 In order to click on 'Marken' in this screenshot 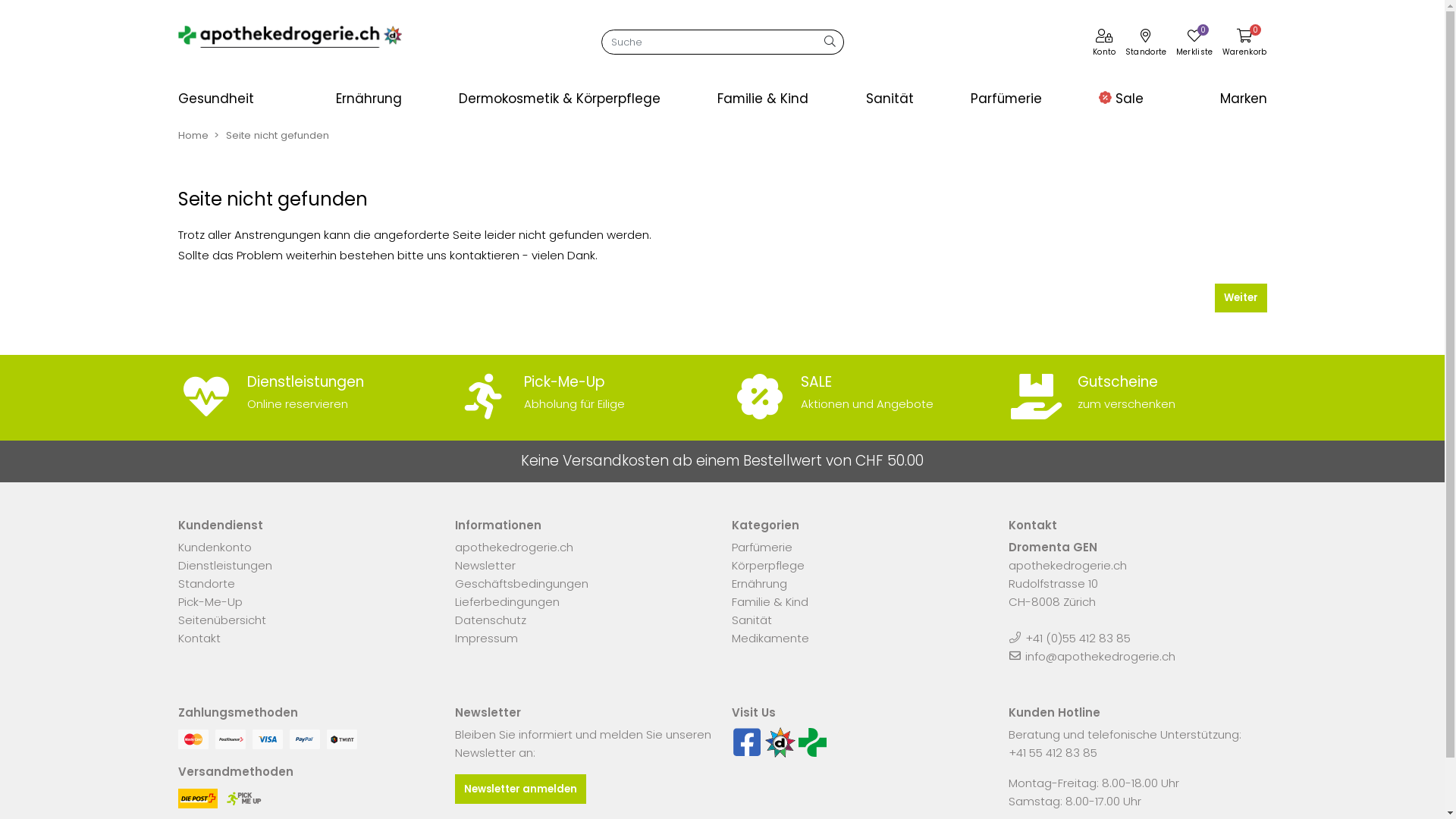, I will do `click(1217, 99)`.